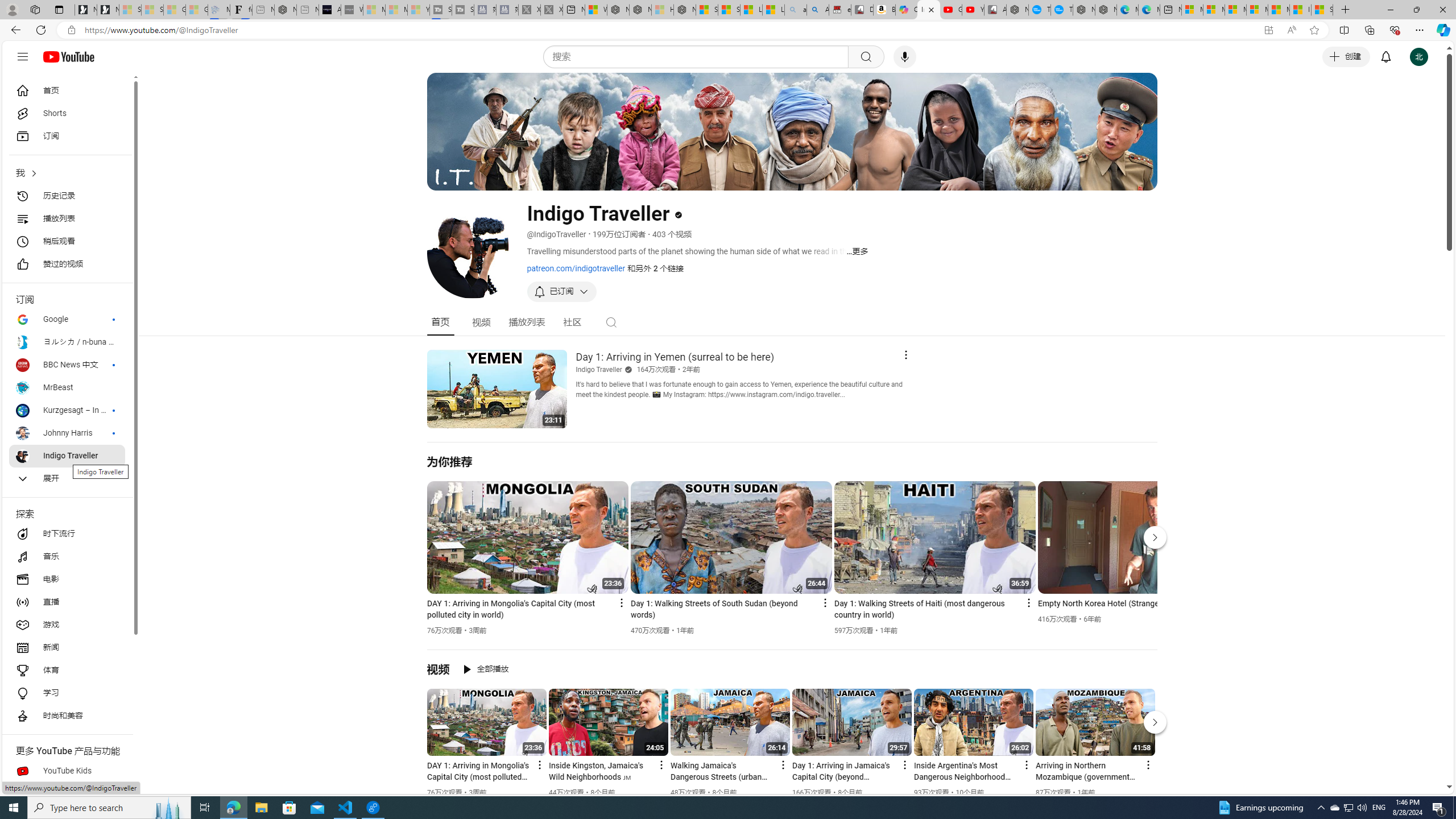 This screenshot has width=1456, height=819. I want to click on 'Gloom - YouTube', so click(950, 9).